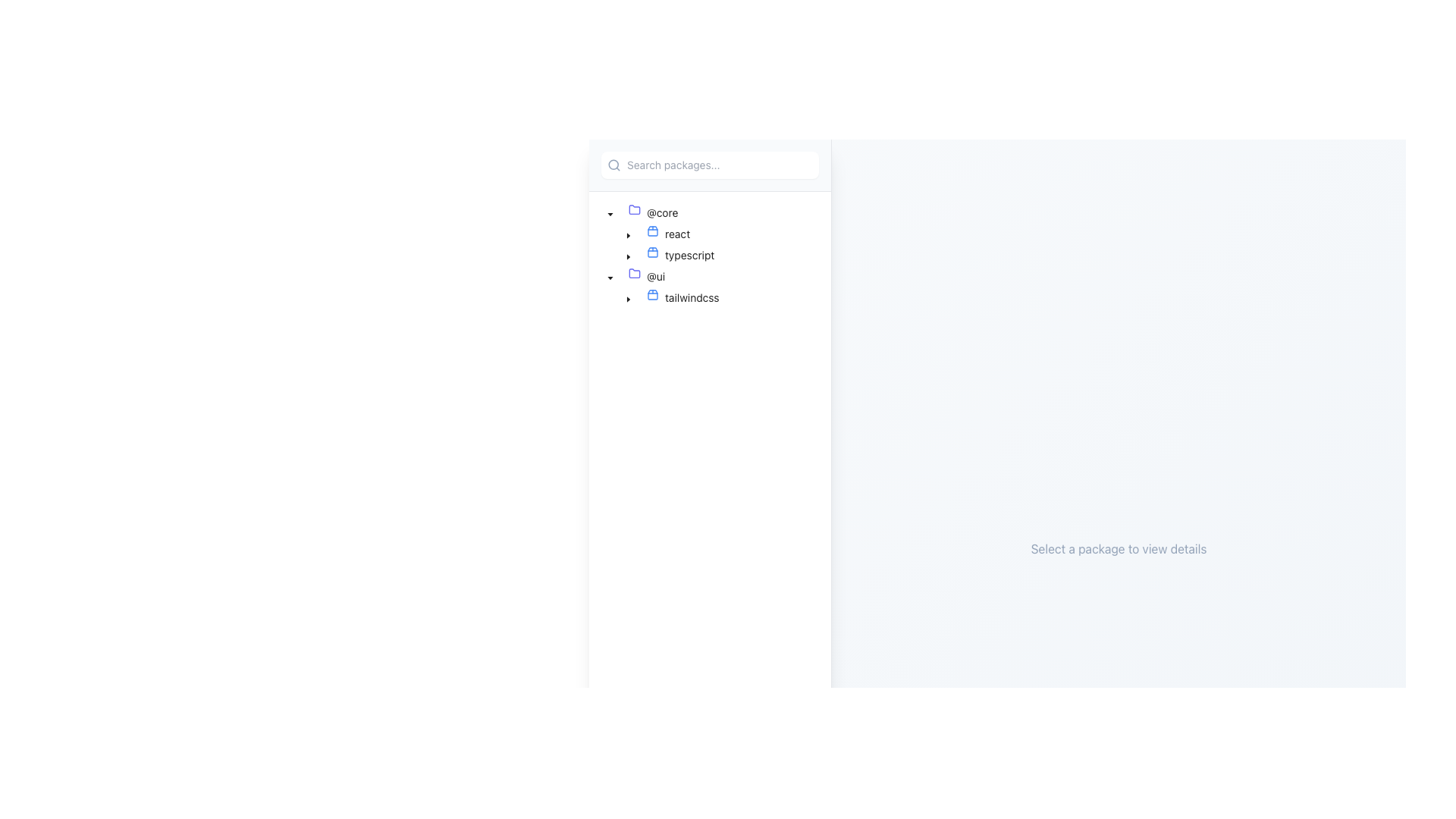 The image size is (1456, 819). What do you see at coordinates (652, 231) in the screenshot?
I see `the 'react' icon in the tree structure under the '@core' folder, which represents a package or component` at bounding box center [652, 231].